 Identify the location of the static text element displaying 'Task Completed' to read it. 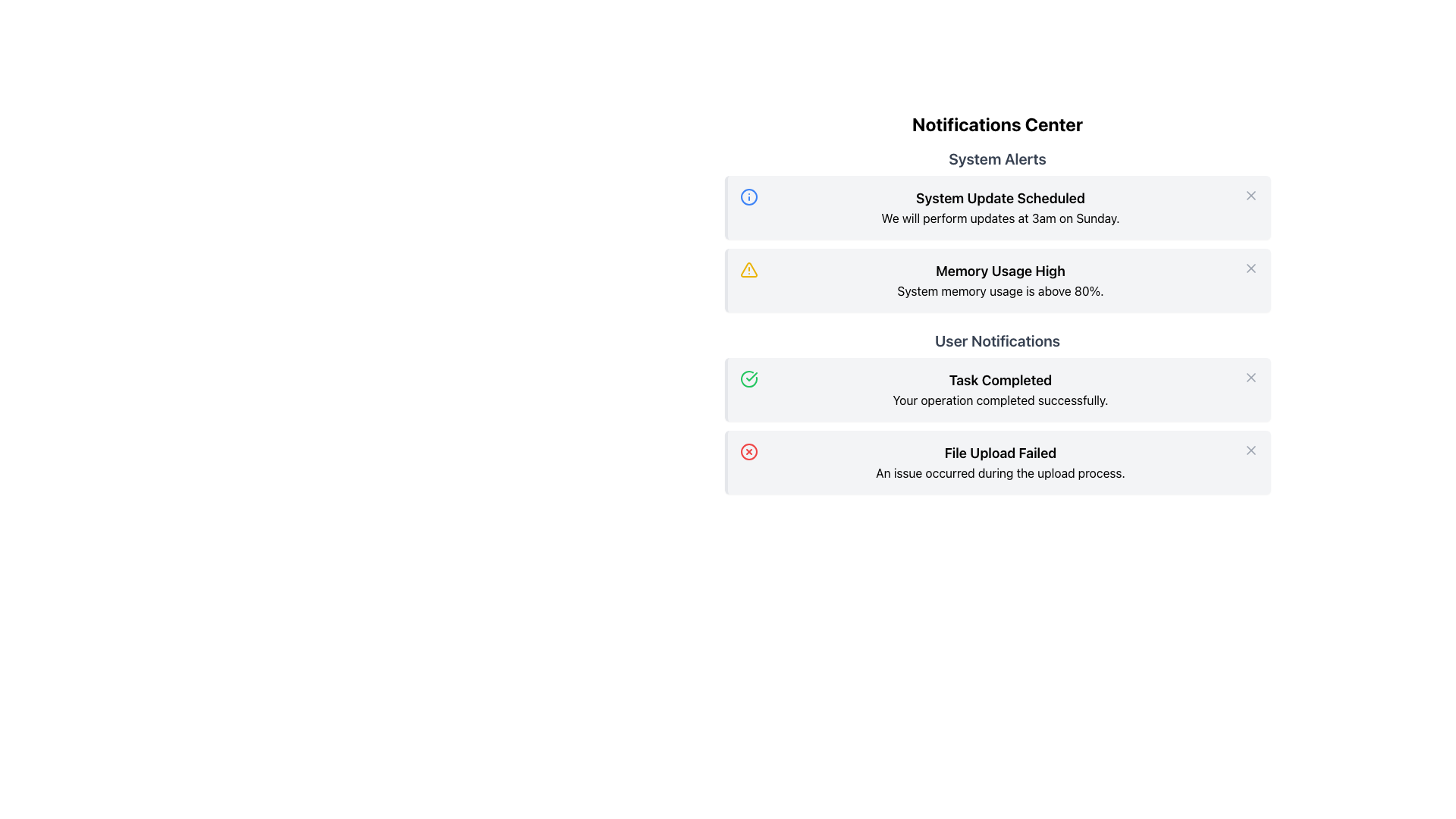
(1000, 379).